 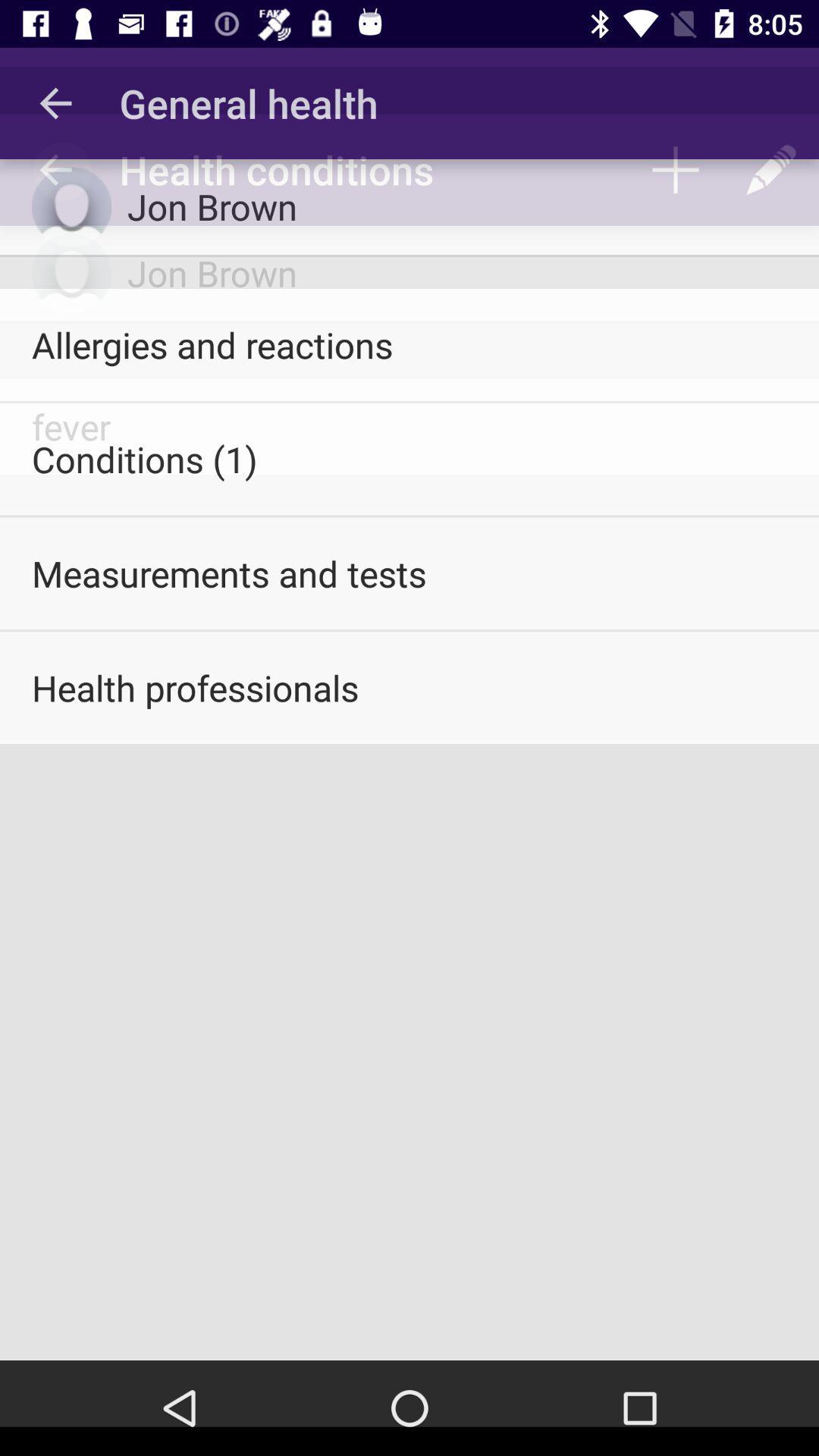 I want to click on measurements and tests item, so click(x=409, y=573).